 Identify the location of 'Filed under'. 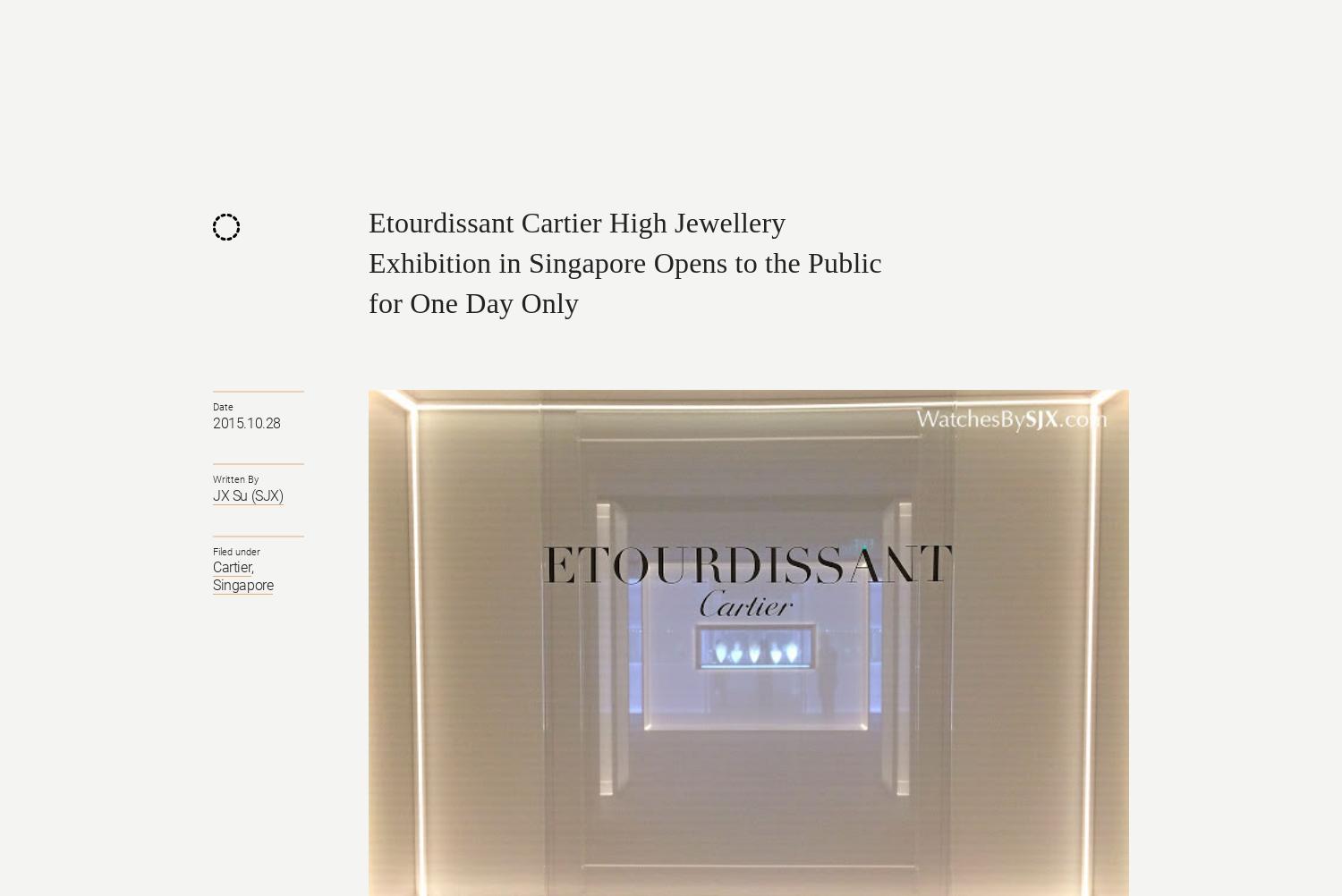
(212, 550).